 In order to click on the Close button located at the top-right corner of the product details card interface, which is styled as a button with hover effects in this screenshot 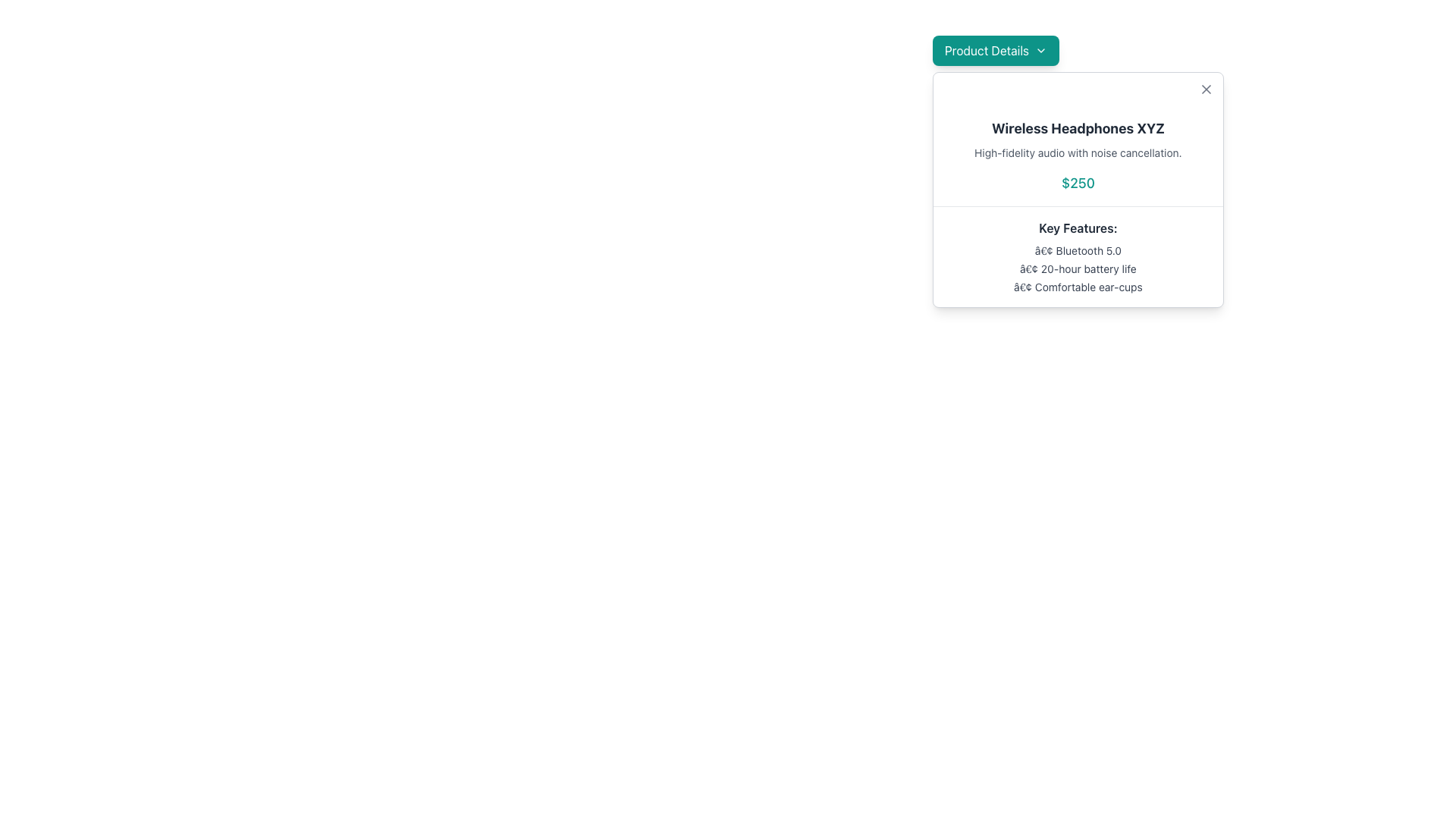, I will do `click(1205, 89)`.